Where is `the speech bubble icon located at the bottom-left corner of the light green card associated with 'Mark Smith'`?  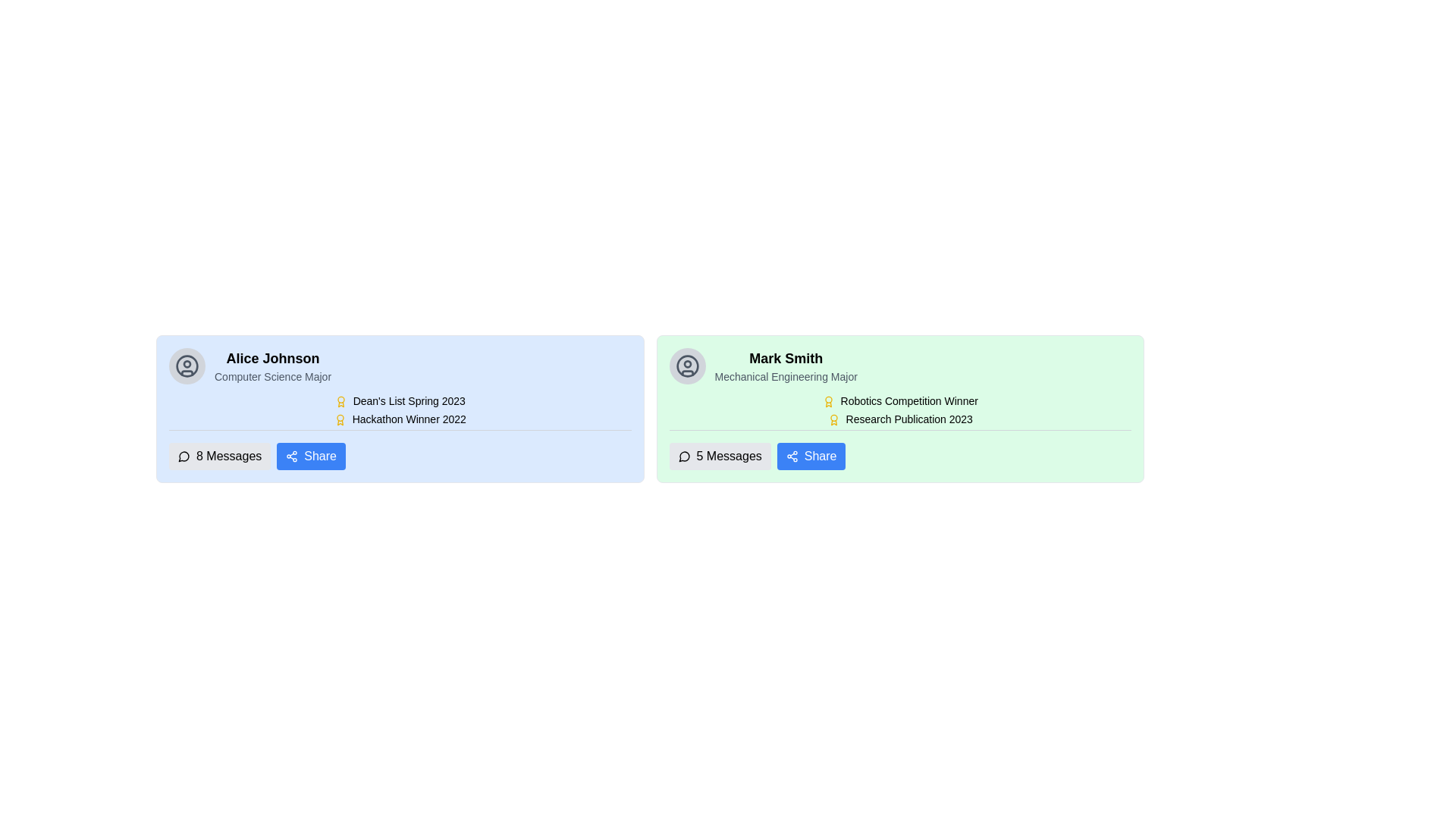
the speech bubble icon located at the bottom-left corner of the light green card associated with 'Mark Smith' is located at coordinates (683, 456).